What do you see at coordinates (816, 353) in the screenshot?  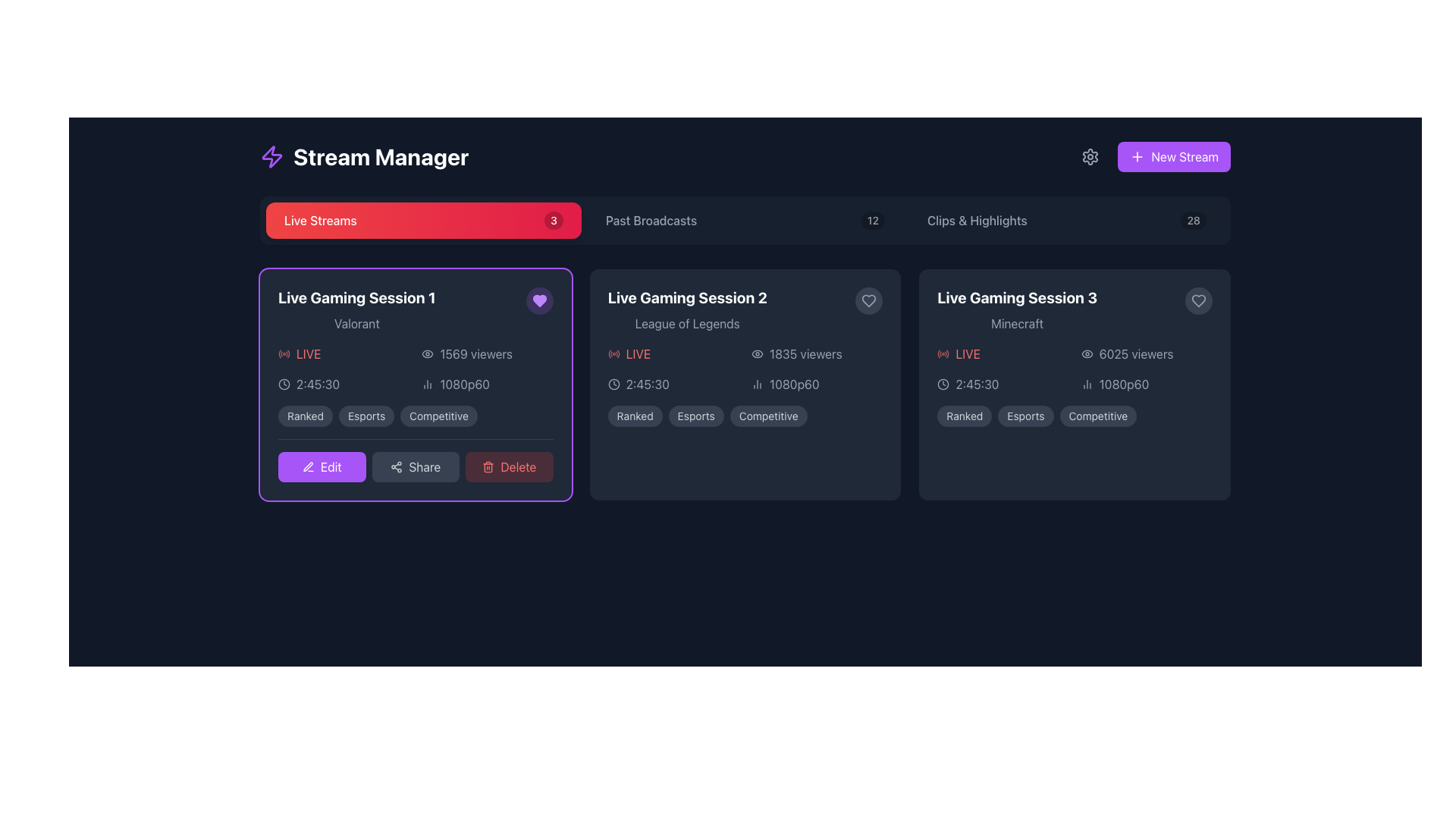 I see `the viewer count text label with icon located in the 'Live Gaming Session 2' card under 'League of Legends', to the right of the 'LIVE' label` at bounding box center [816, 353].